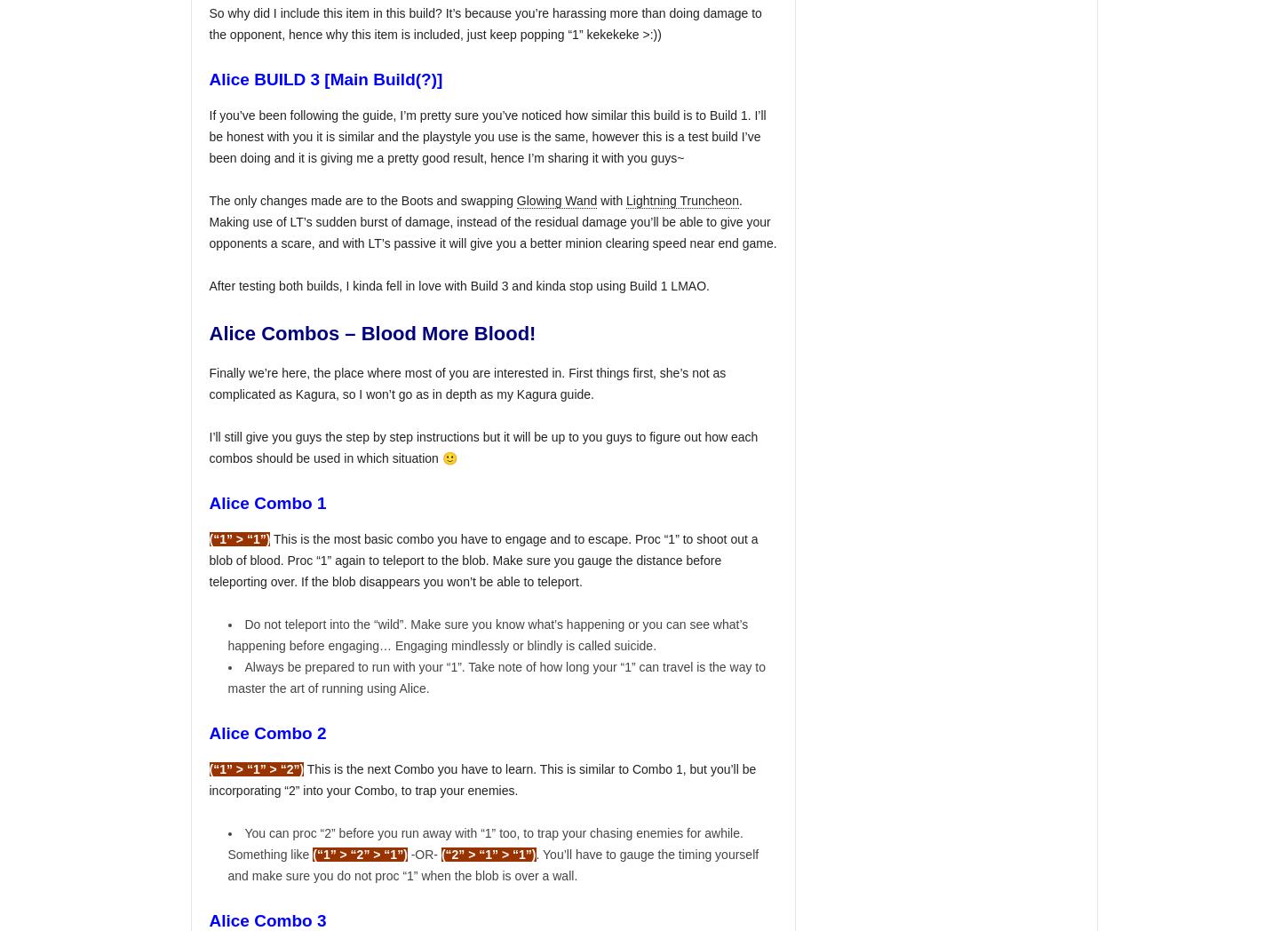 The height and width of the screenshot is (931, 1288). Describe the element at coordinates (406, 853) in the screenshot. I see `'-OR-'` at that location.